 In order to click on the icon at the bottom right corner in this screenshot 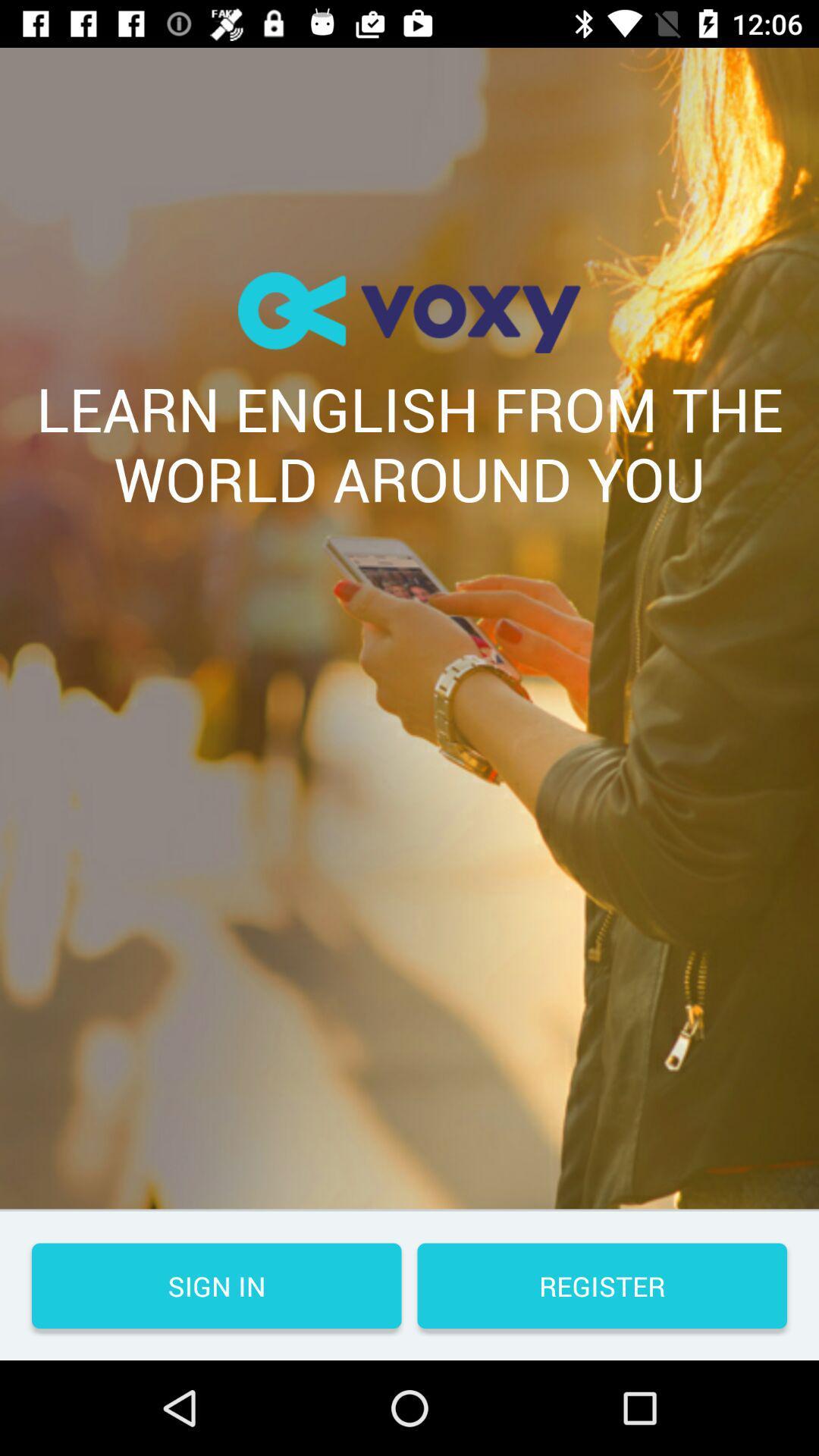, I will do `click(601, 1285)`.